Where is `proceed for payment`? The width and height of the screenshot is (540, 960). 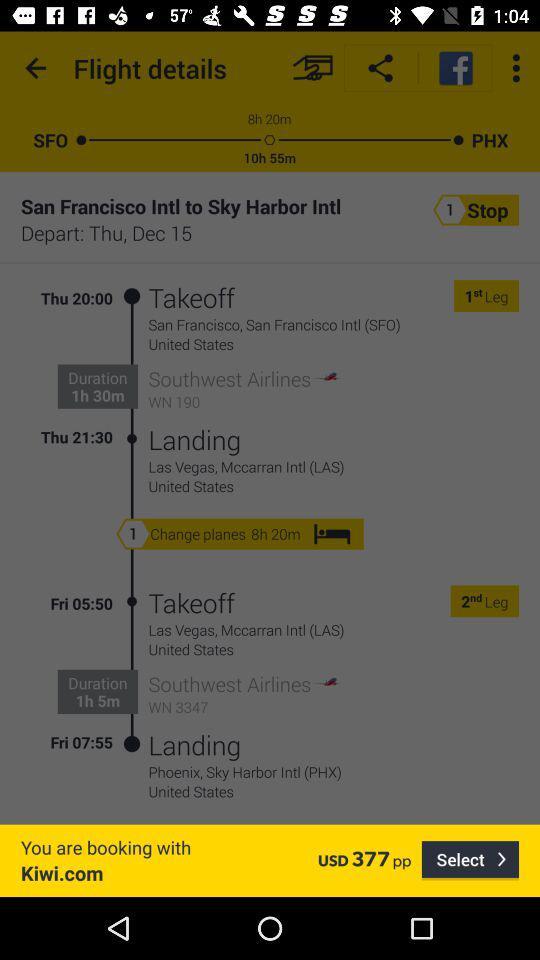 proceed for payment is located at coordinates (312, 68).